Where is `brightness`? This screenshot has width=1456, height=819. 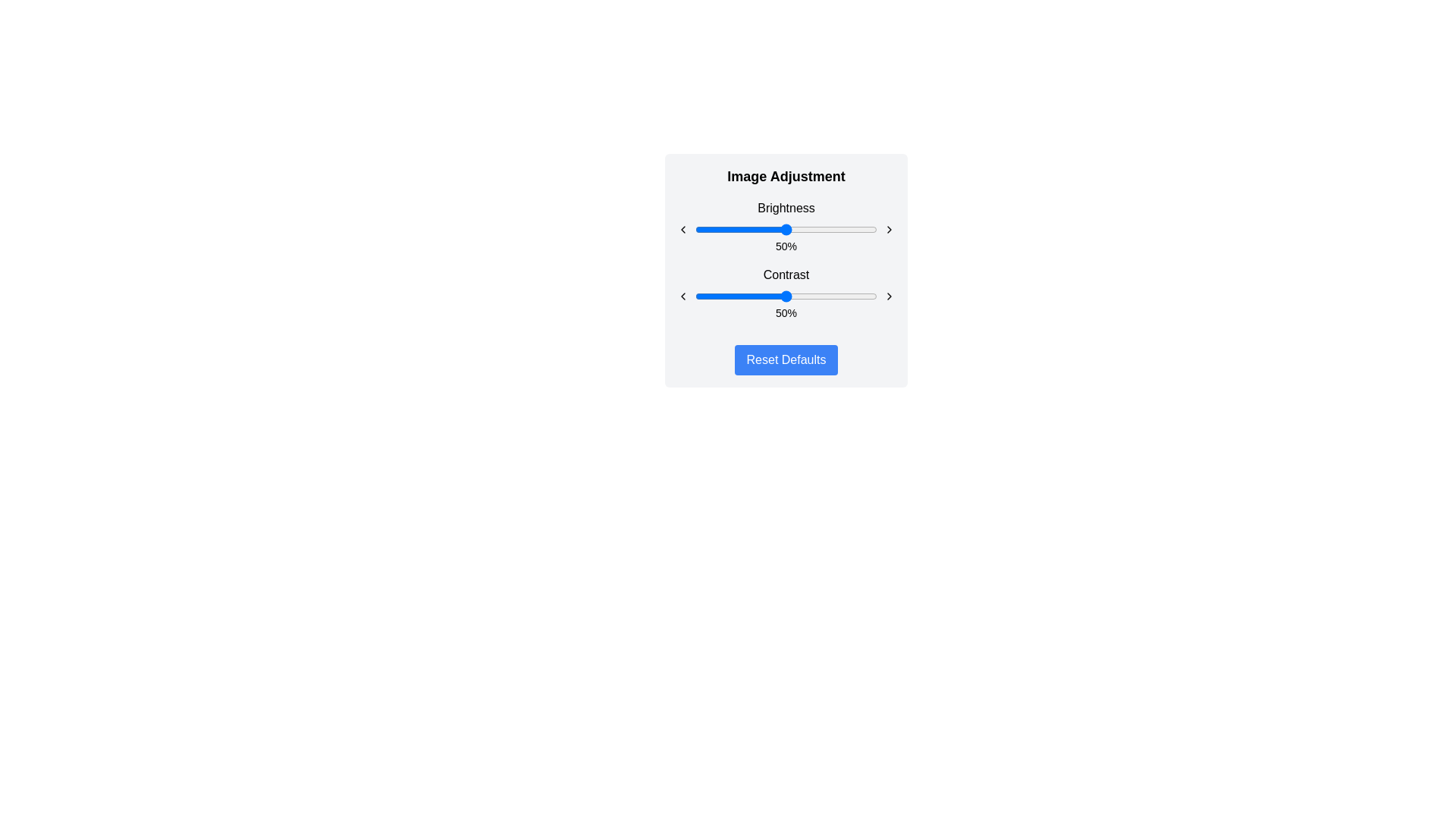
brightness is located at coordinates (847, 230).